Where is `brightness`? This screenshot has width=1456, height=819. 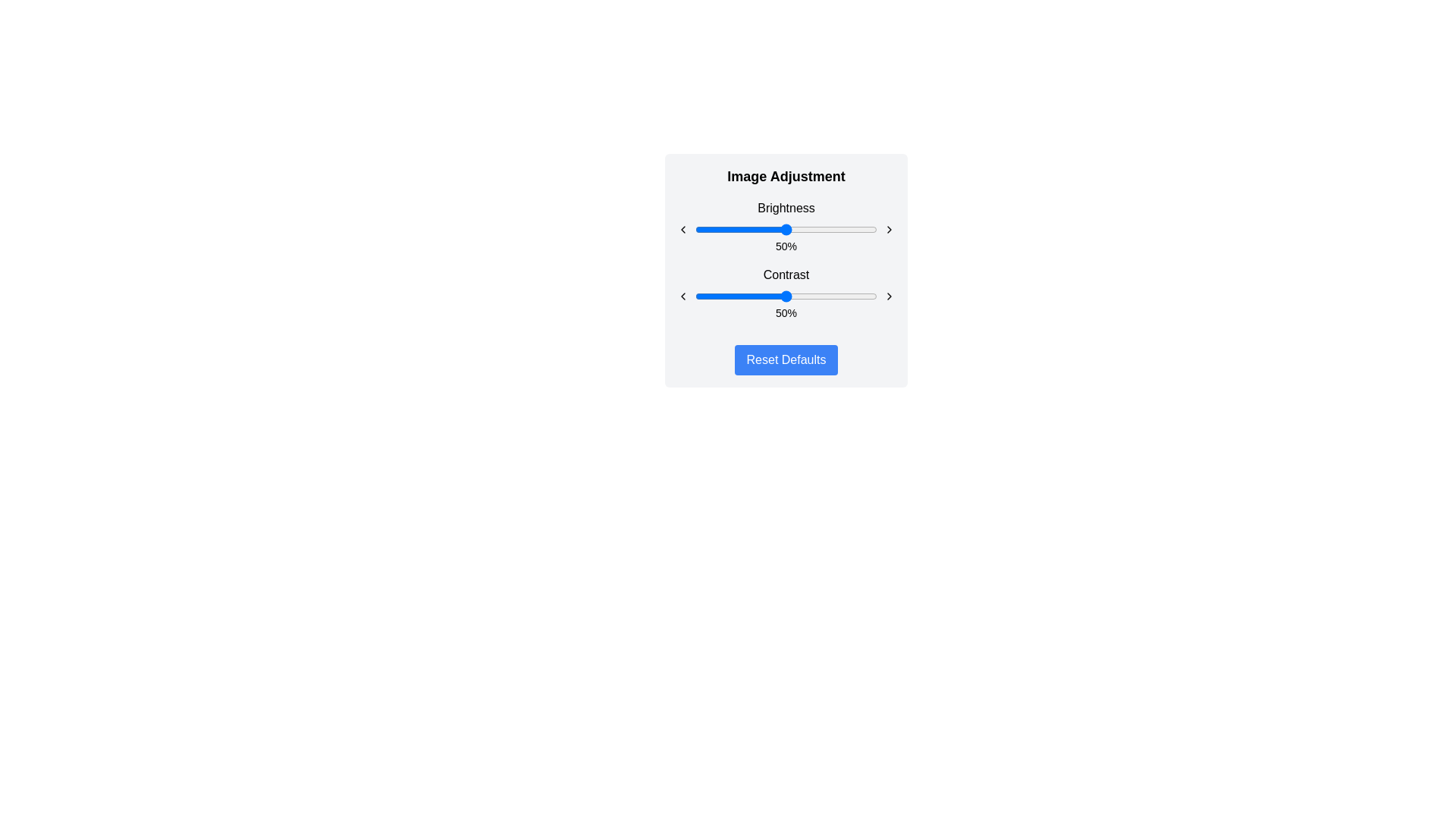
brightness is located at coordinates (847, 230).